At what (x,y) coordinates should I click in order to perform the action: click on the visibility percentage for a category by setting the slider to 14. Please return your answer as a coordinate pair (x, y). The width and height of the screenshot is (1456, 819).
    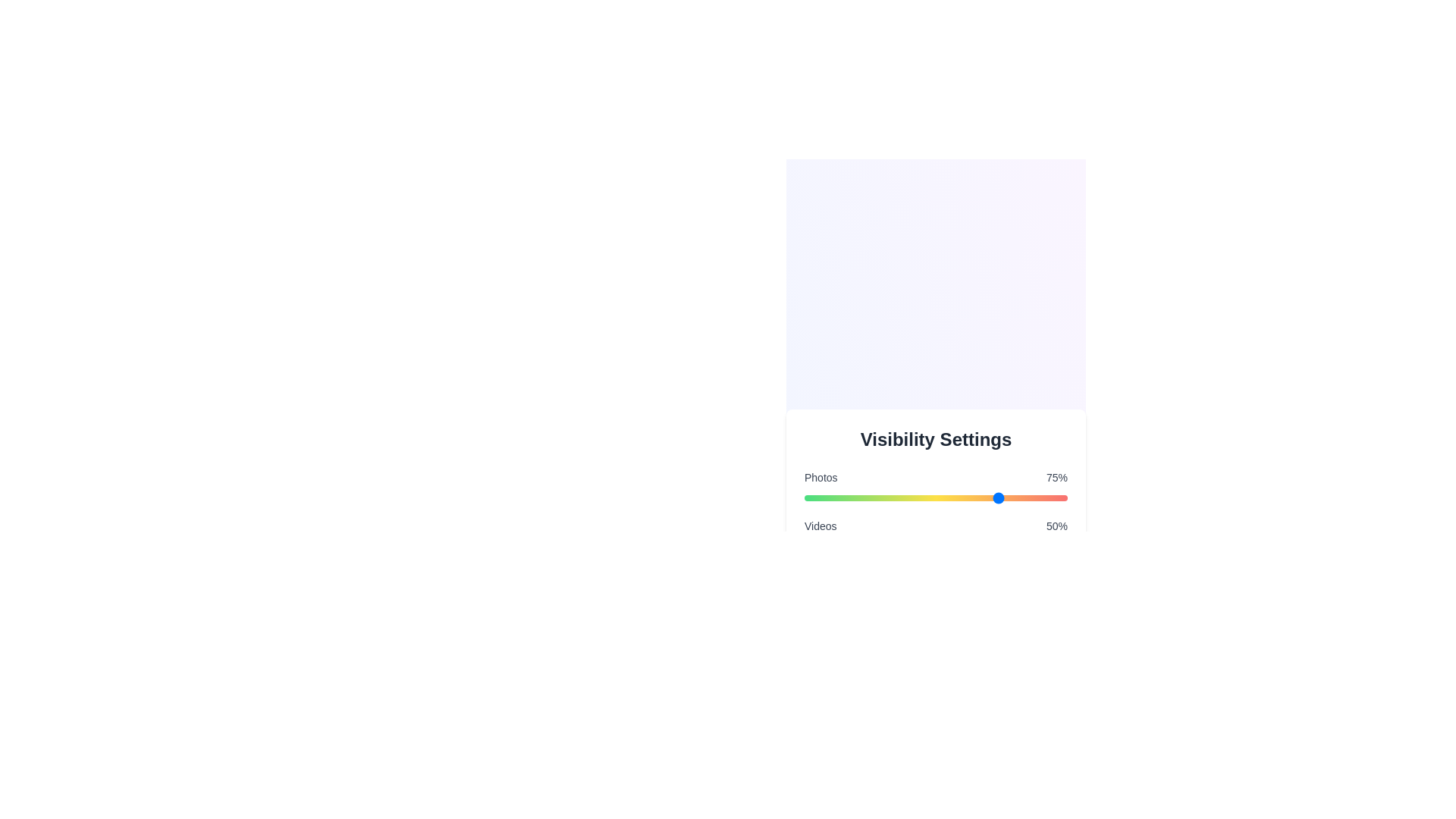
    Looking at the image, I should click on (840, 497).